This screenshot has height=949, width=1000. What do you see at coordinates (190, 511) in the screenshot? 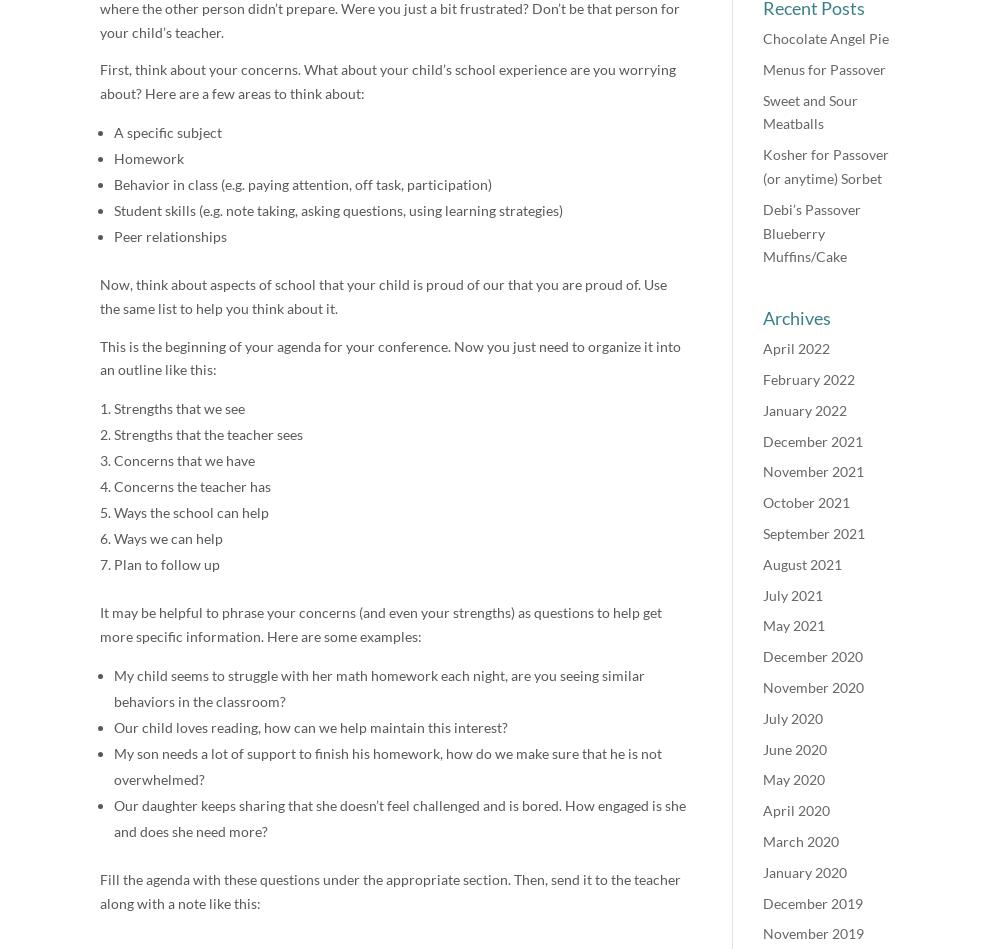
I see `'Ways the school can help'` at bounding box center [190, 511].